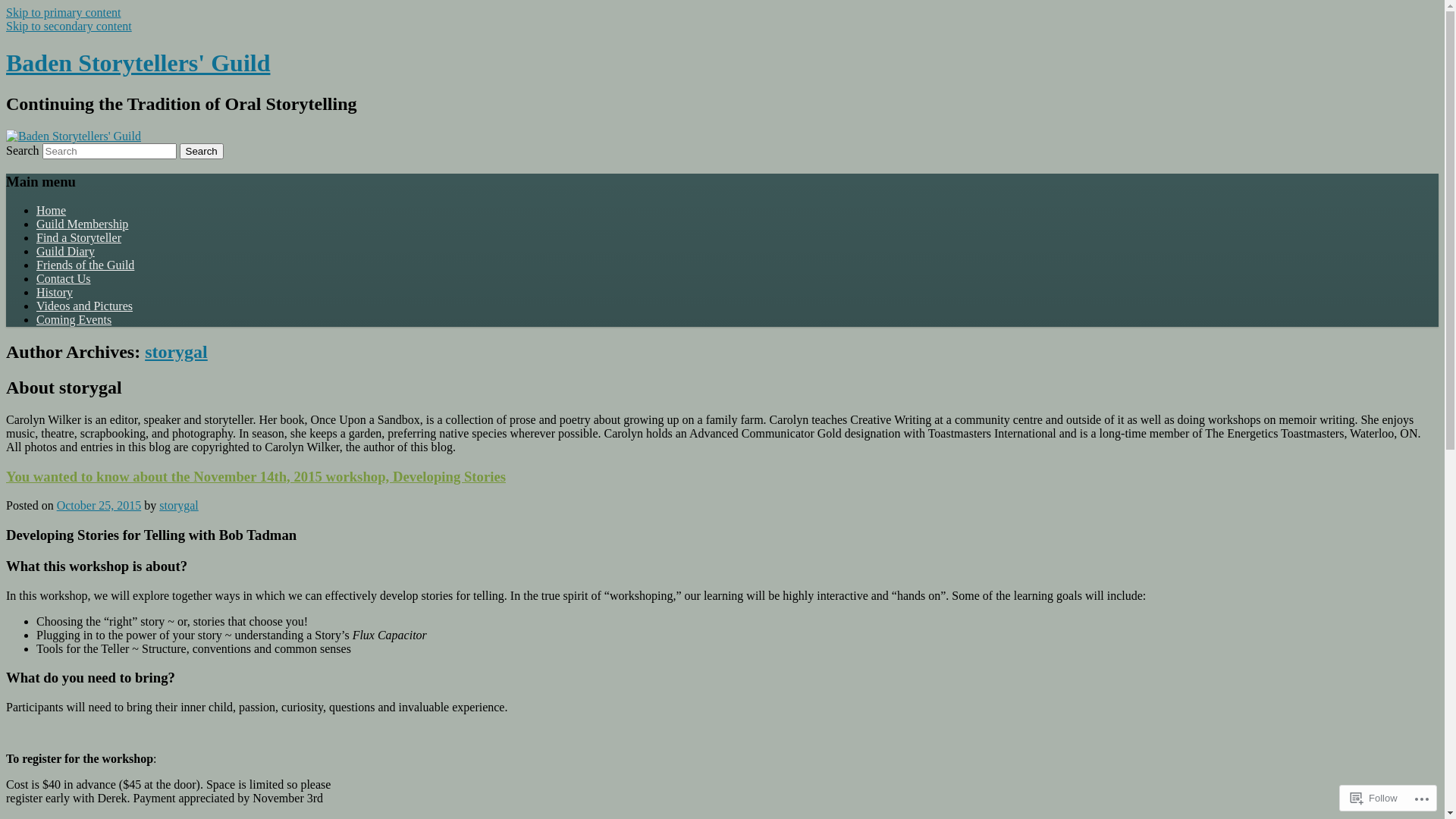 This screenshot has height=819, width=1456. I want to click on 'storygal', so click(176, 351).